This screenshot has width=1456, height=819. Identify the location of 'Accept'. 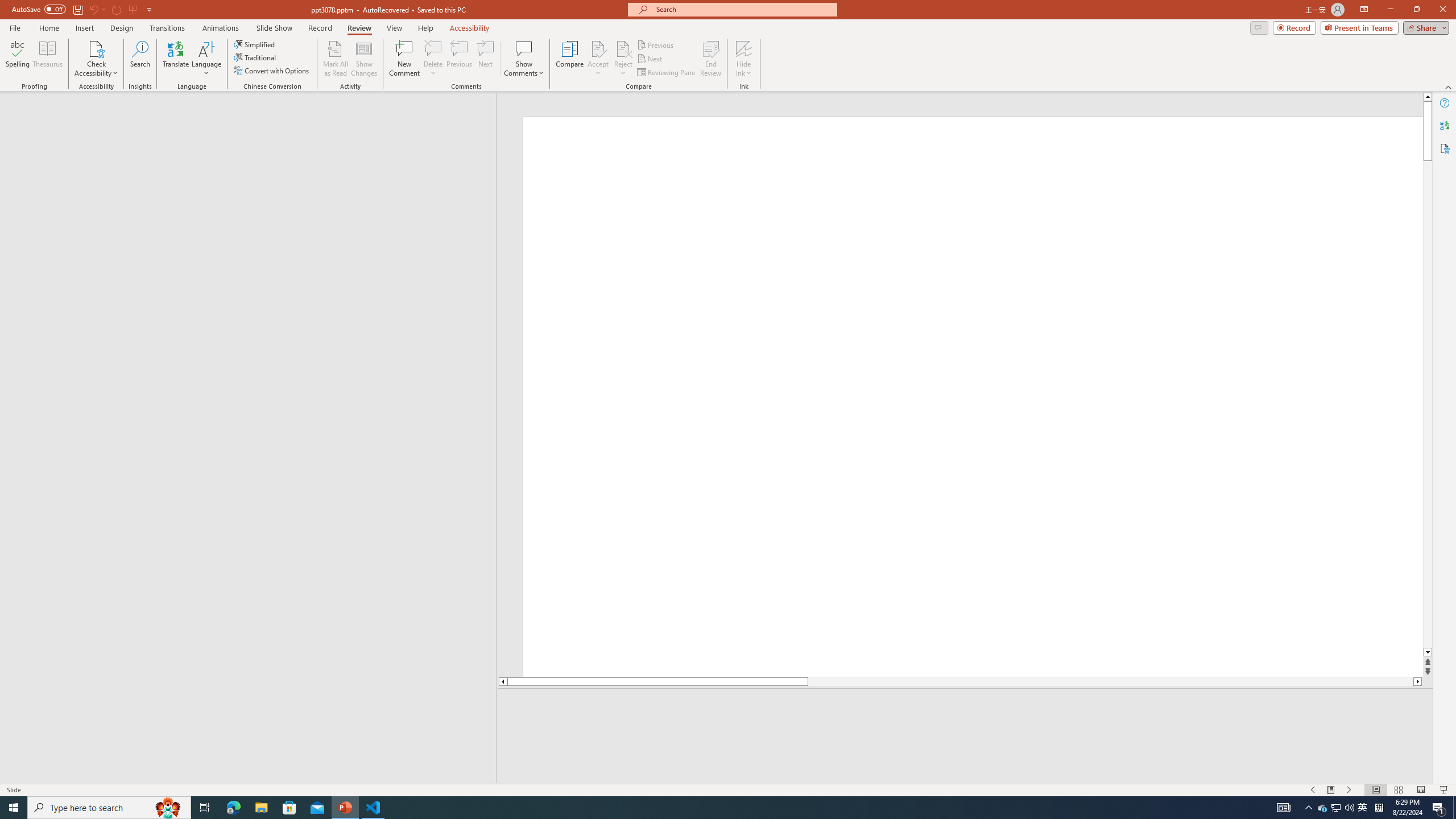
(598, 59).